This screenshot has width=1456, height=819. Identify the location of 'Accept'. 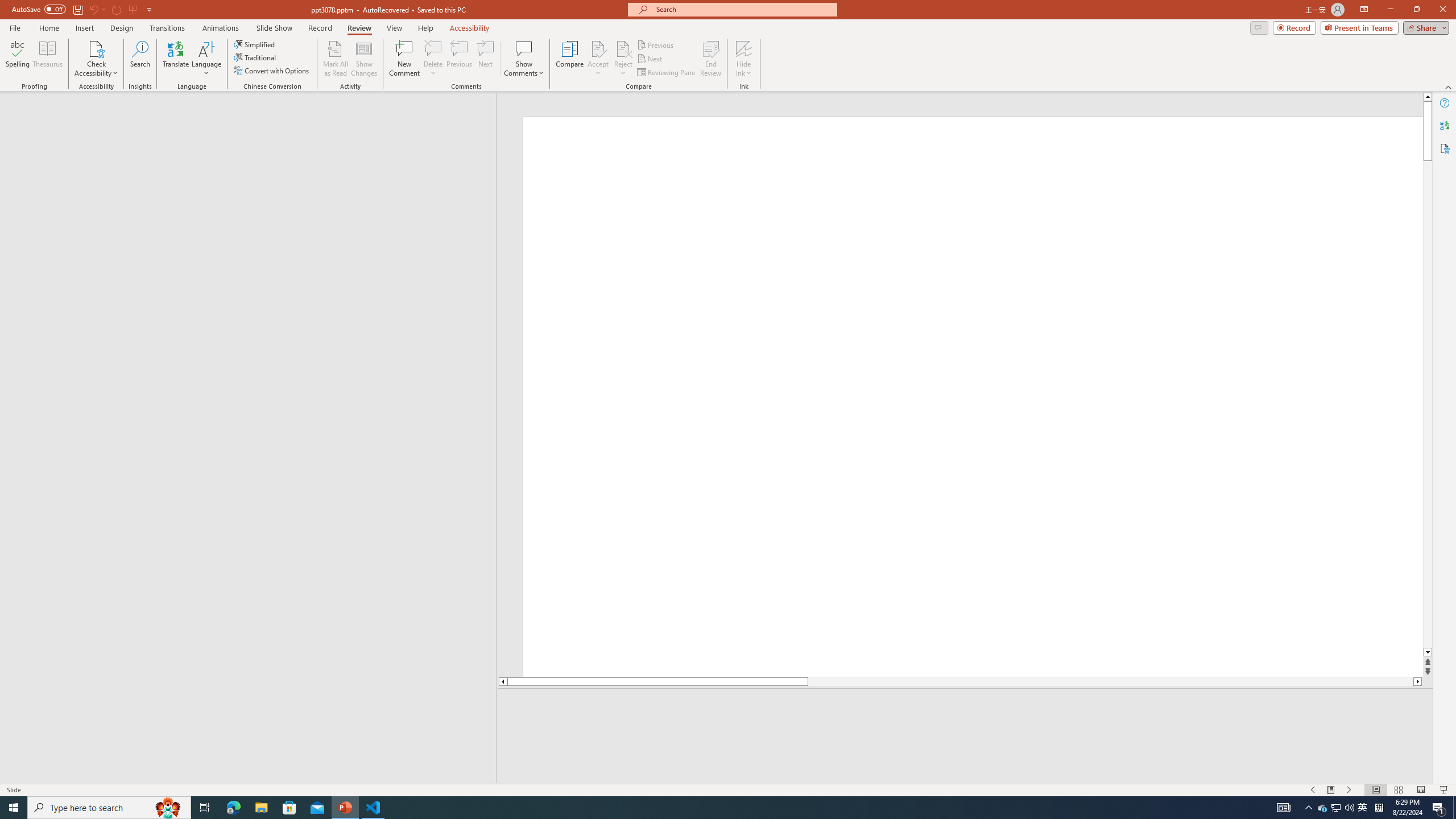
(598, 59).